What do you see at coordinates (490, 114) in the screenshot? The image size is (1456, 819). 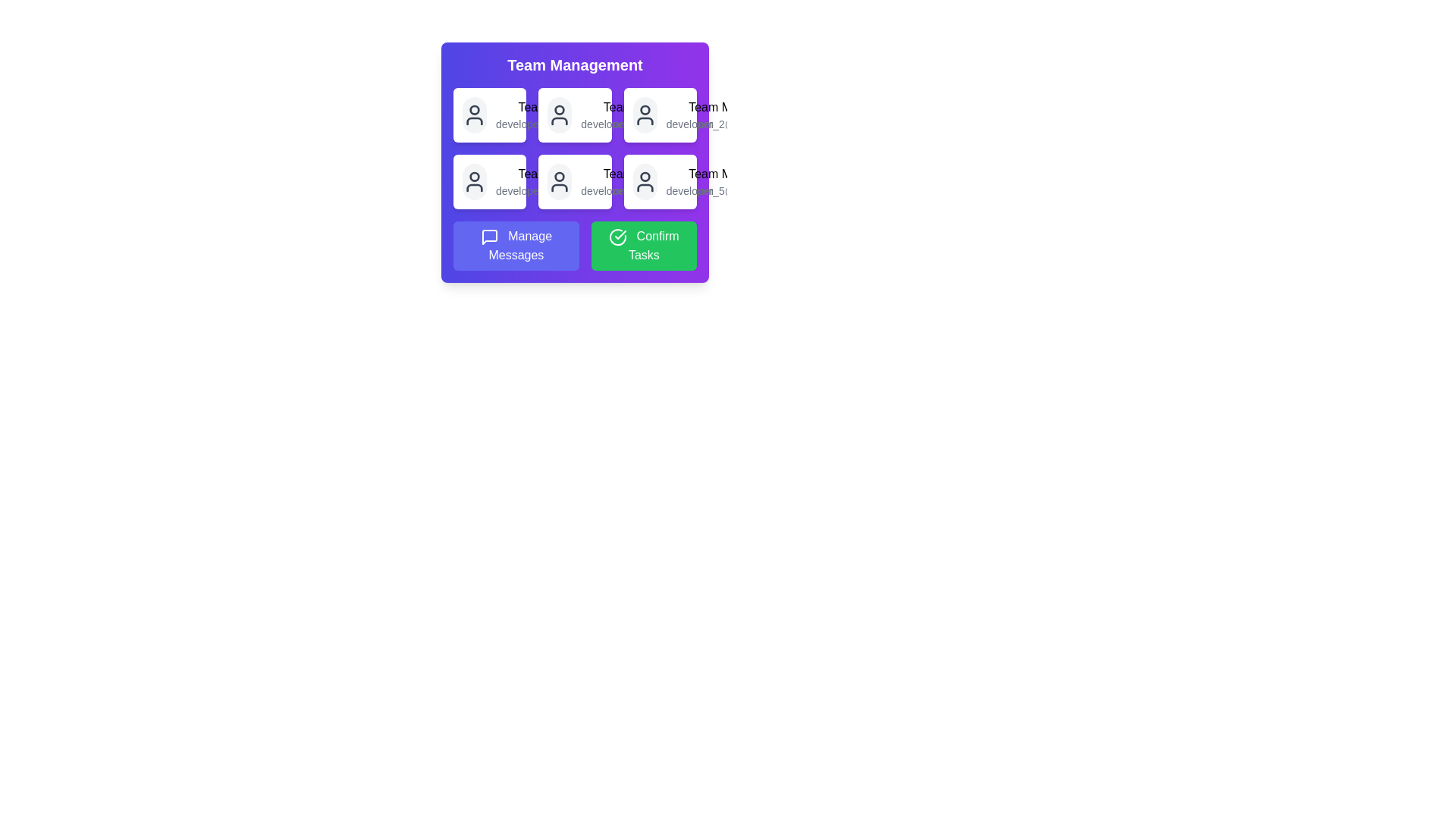 I see `the Information card that contains the user silhouette icon on the left and text detailing 'Team Member 1' and 'developer_0@example.com' on the right, located in the top-left section of the grid` at bounding box center [490, 114].